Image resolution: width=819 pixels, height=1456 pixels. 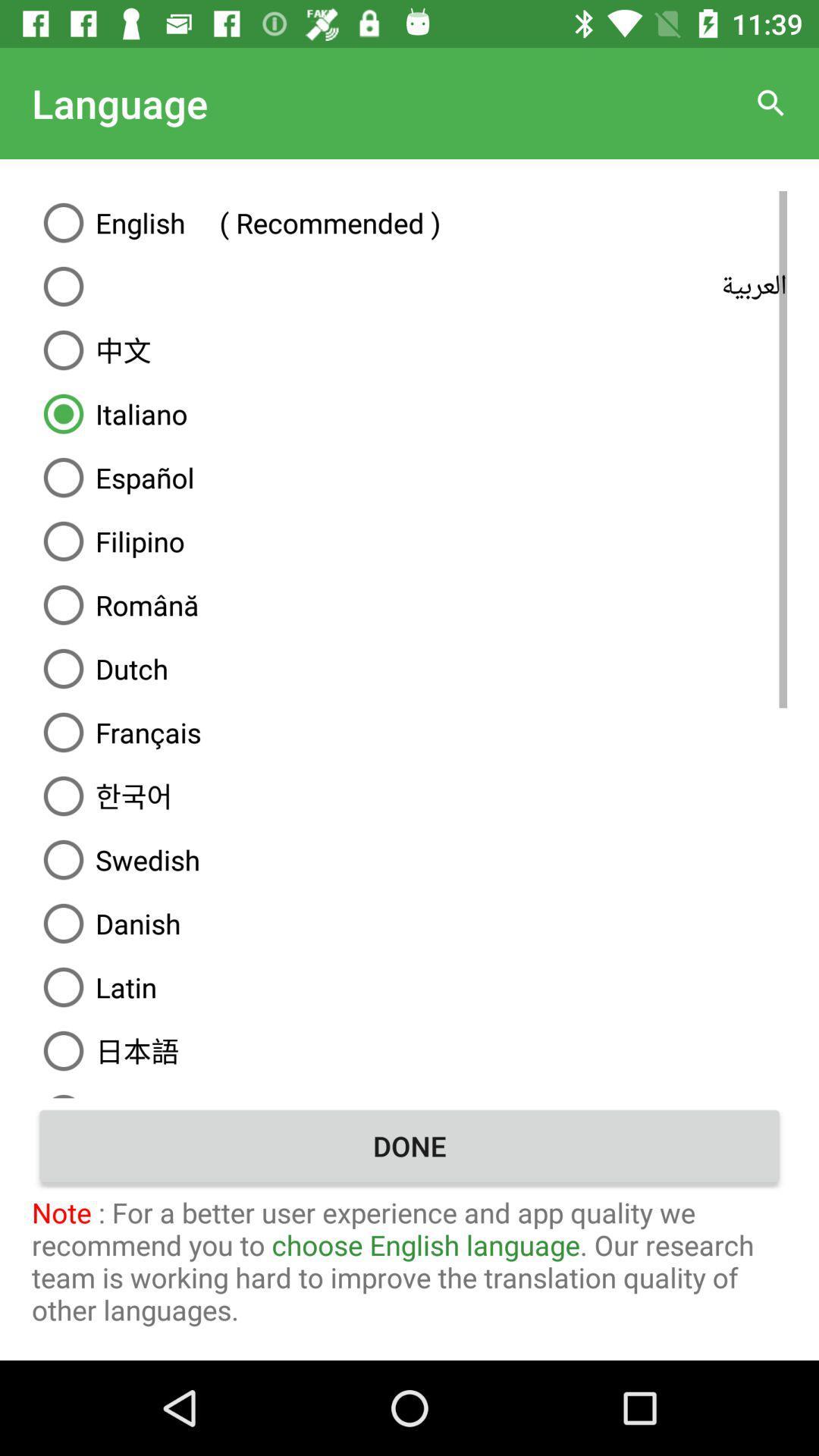 What do you see at coordinates (771, 102) in the screenshot?
I see `the icon to the right of language` at bounding box center [771, 102].